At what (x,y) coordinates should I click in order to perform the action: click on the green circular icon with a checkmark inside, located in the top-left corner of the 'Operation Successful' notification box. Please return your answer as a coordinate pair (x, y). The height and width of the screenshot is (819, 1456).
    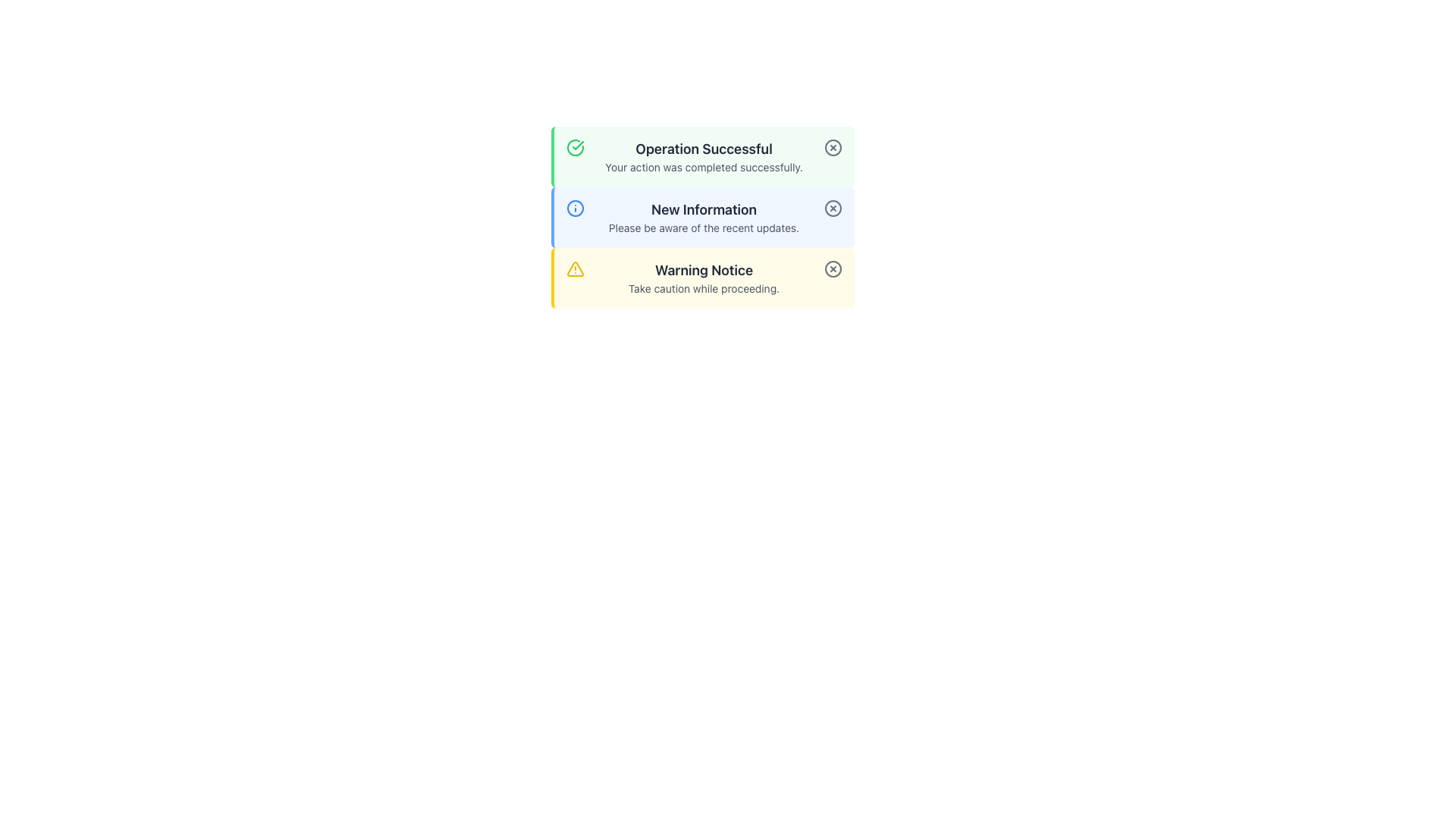
    Looking at the image, I should click on (574, 148).